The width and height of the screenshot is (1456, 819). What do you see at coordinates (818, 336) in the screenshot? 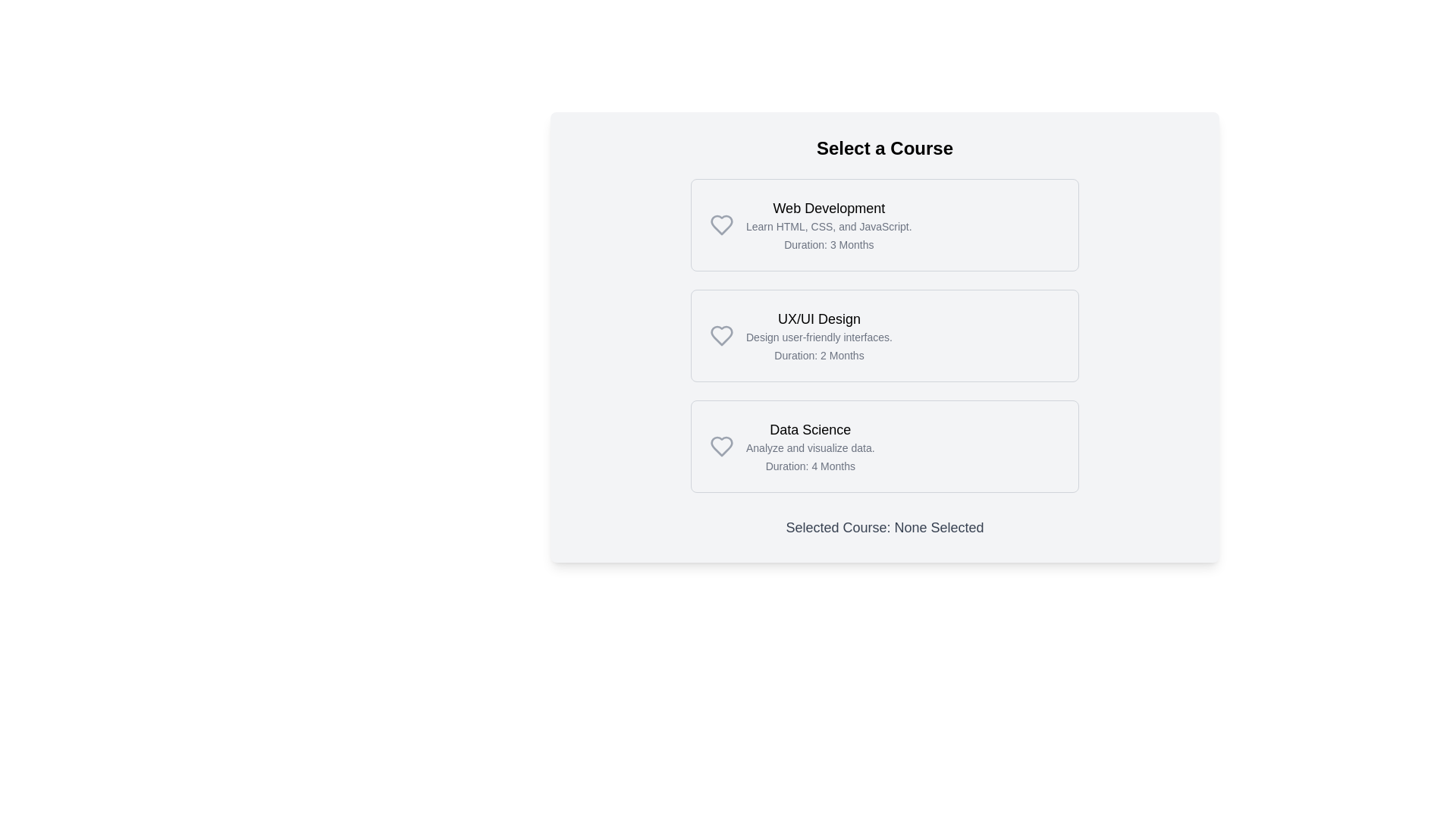
I see `the Text Label that provides a brief description of the 'UX/UI Design' course, located in the second card of the 'Select a Course' section, positioned below the 'UX/UI Design' header` at bounding box center [818, 336].